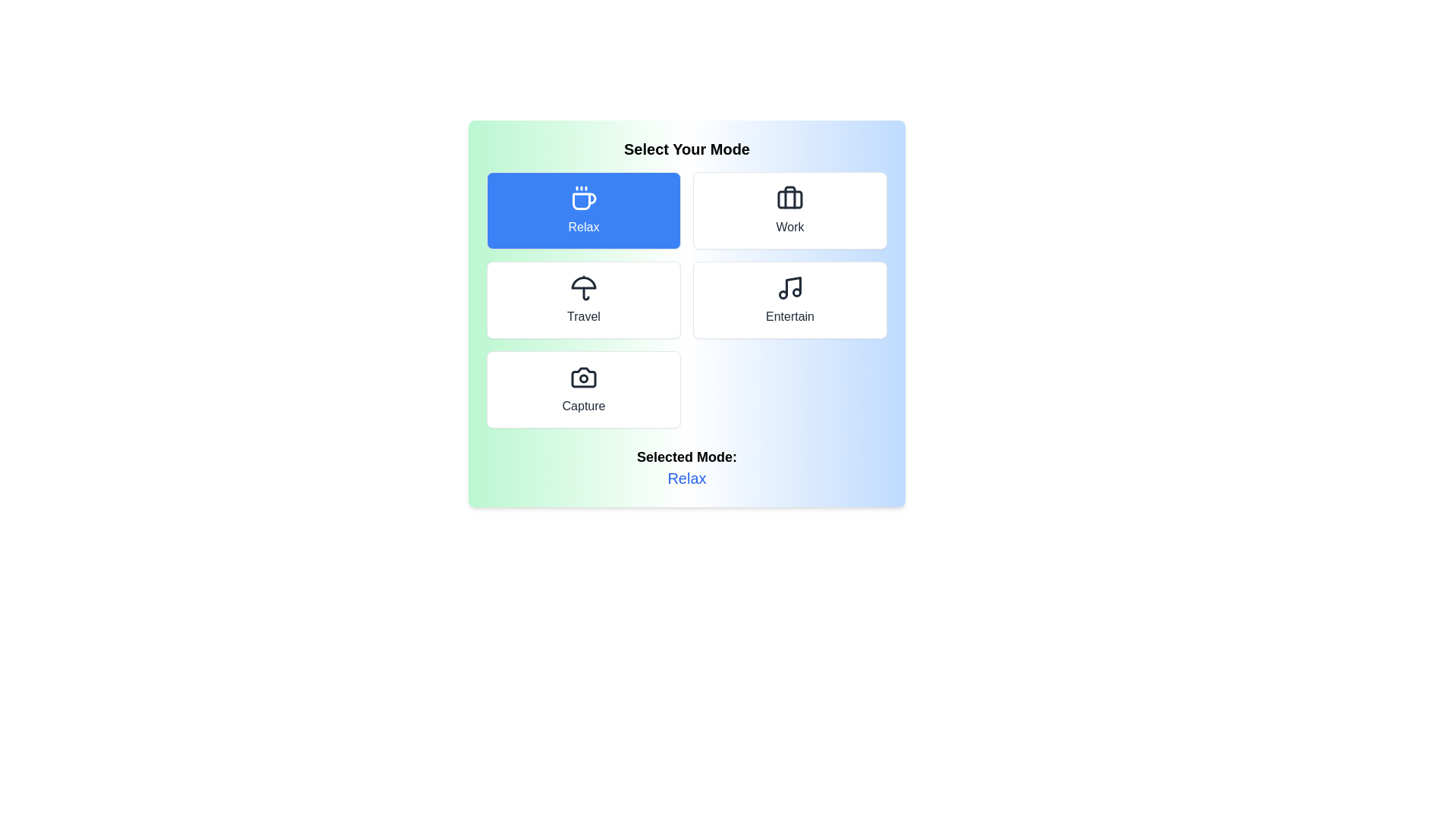  I want to click on the mode button corresponding to Travel, so click(582, 300).